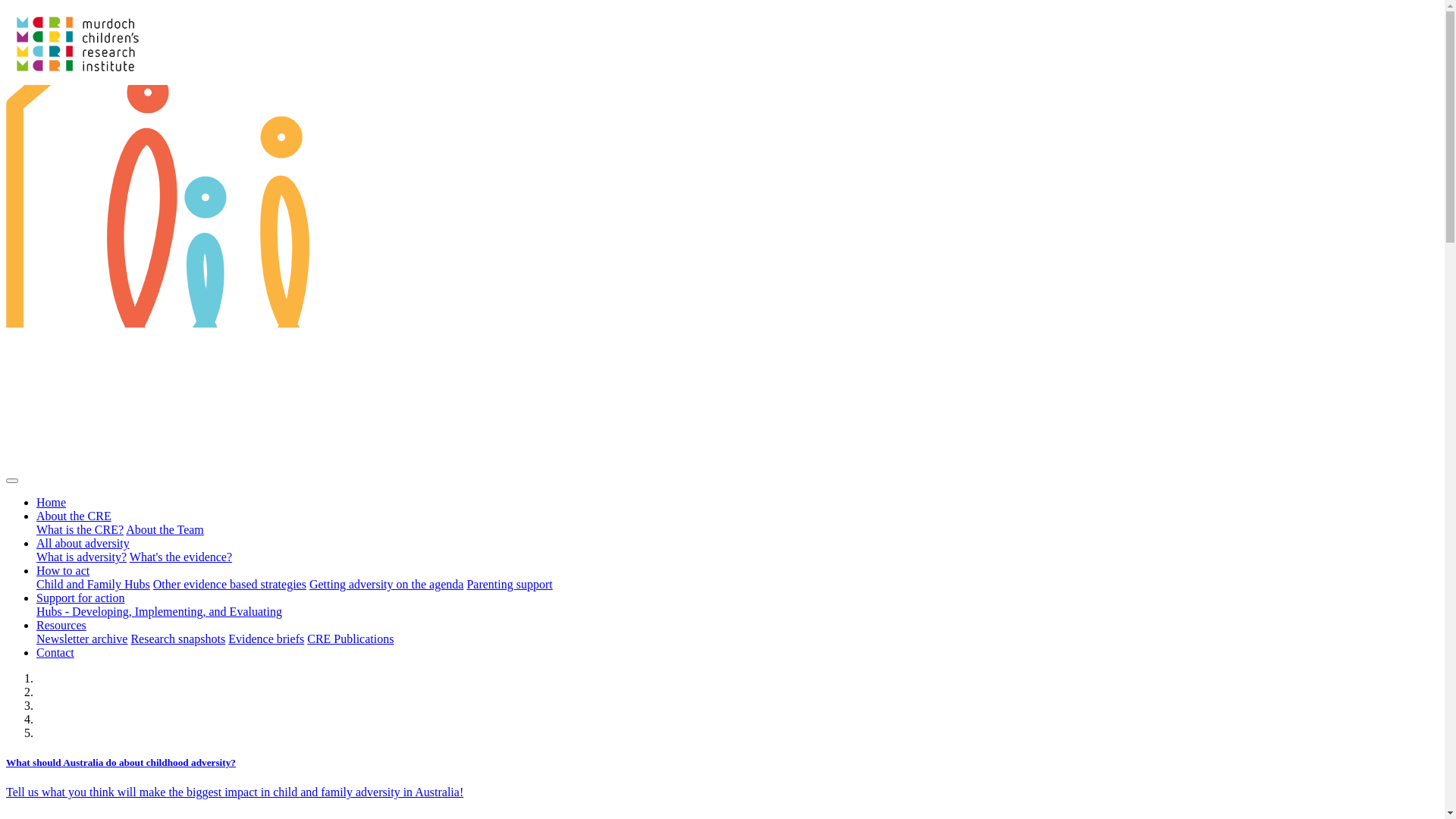 The image size is (1456, 819). Describe the element at coordinates (55, 651) in the screenshot. I see `'Contact'` at that location.